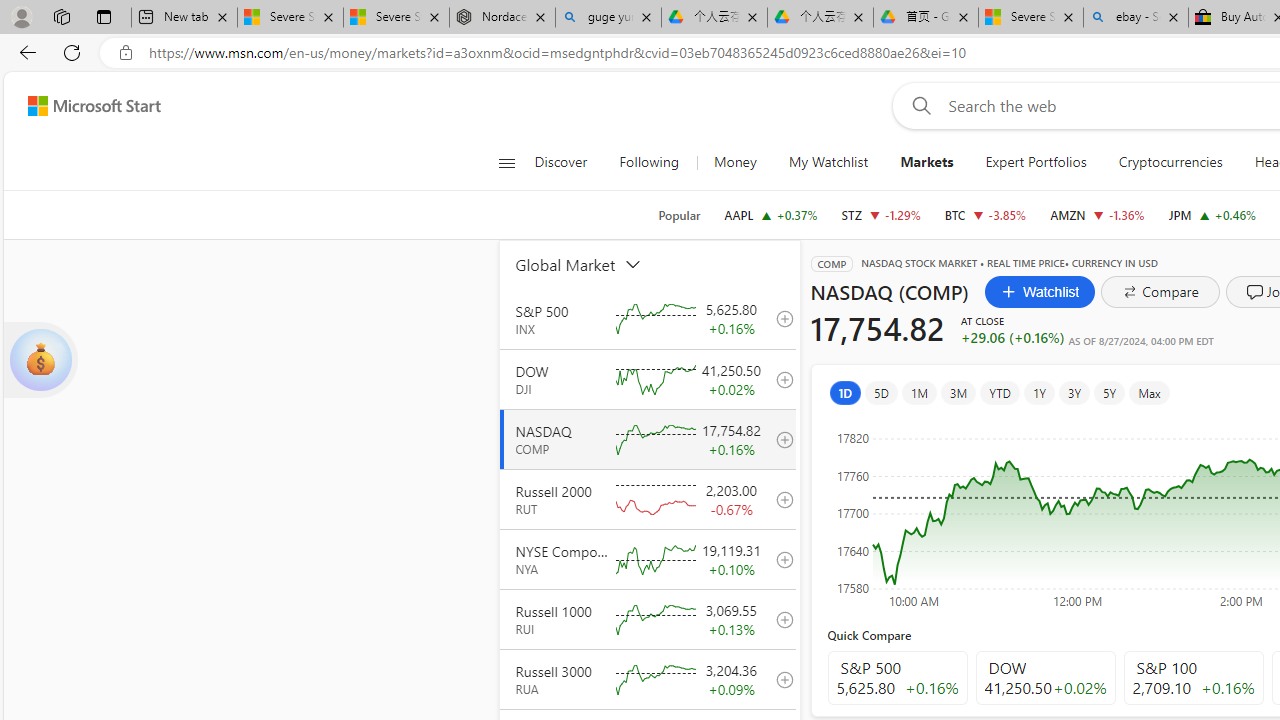  Describe the element at coordinates (845, 392) in the screenshot. I see `'1D'` at that location.